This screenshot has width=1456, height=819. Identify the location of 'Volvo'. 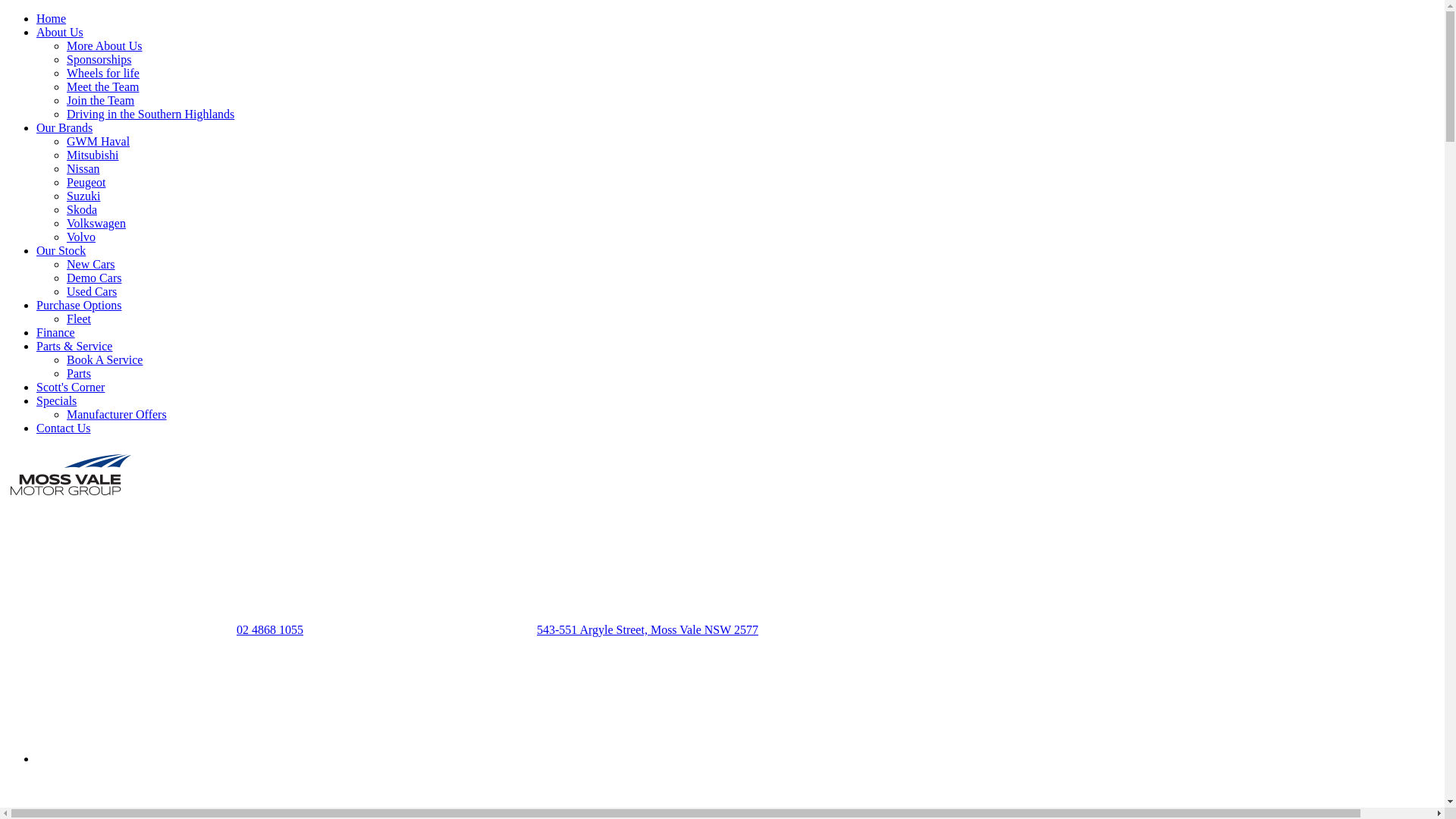
(65, 237).